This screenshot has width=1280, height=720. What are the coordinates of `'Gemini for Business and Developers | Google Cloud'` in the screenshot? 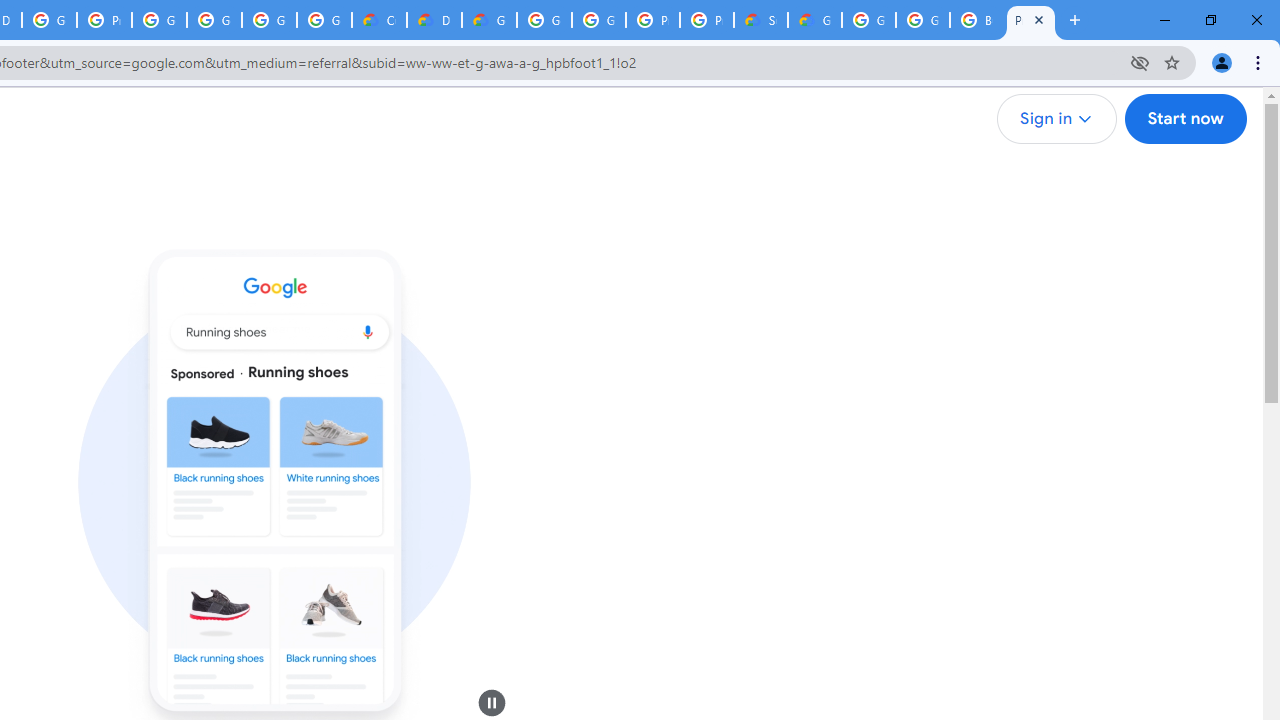 It's located at (489, 20).